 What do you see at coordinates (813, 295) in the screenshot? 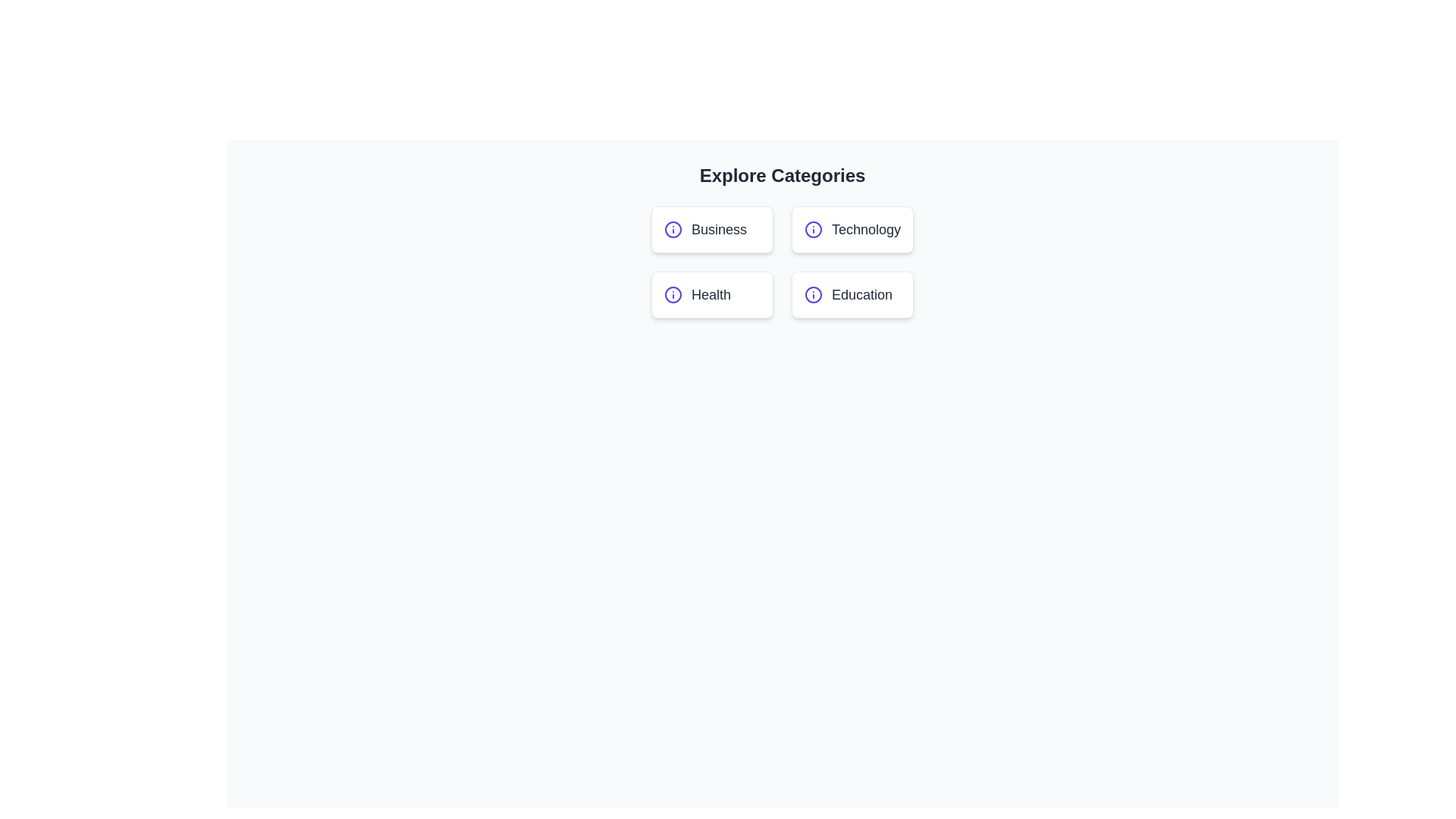
I see `the information indicator icon associated with the 'Education' label` at bounding box center [813, 295].